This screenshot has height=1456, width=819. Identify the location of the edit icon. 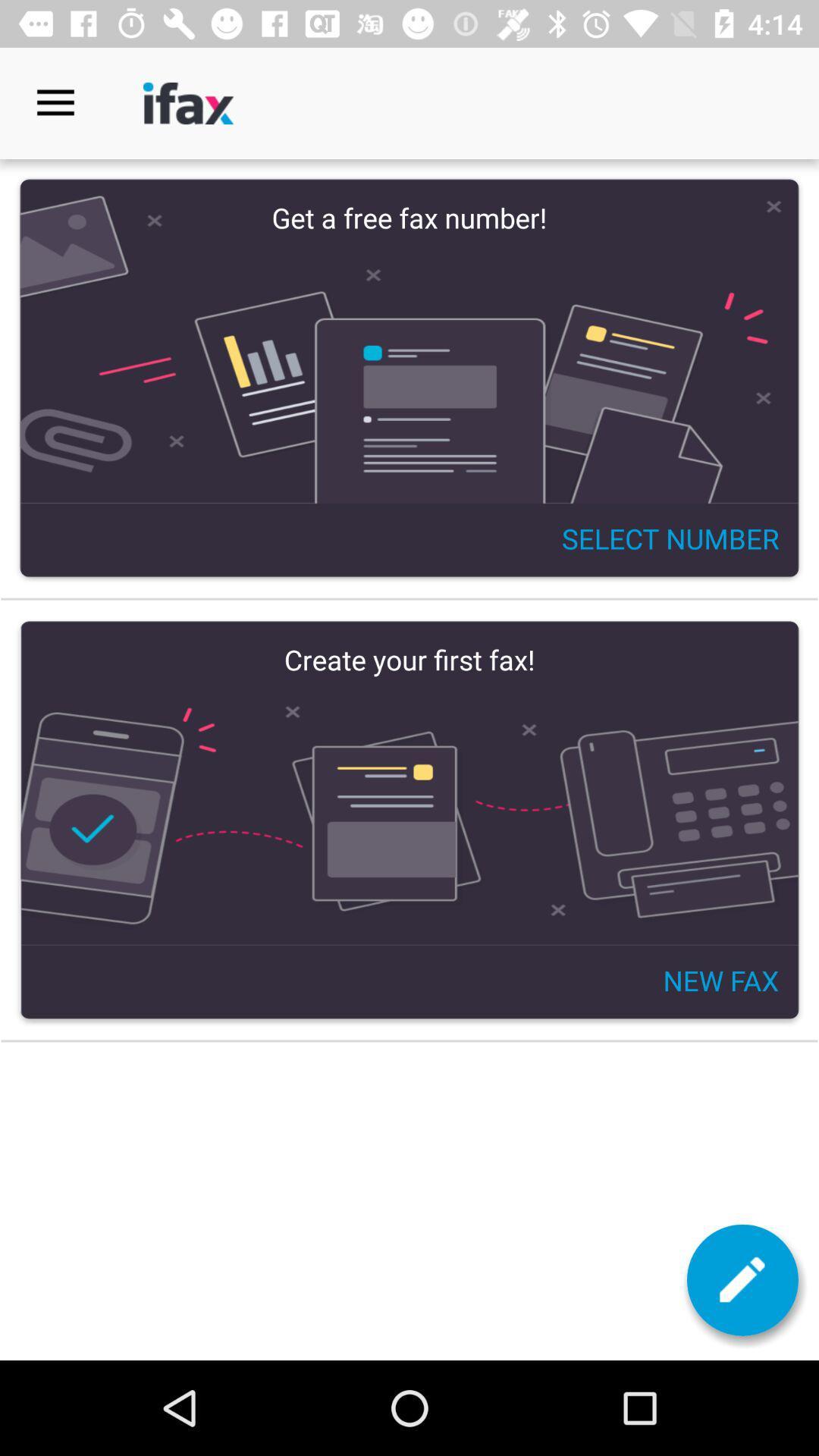
(742, 1279).